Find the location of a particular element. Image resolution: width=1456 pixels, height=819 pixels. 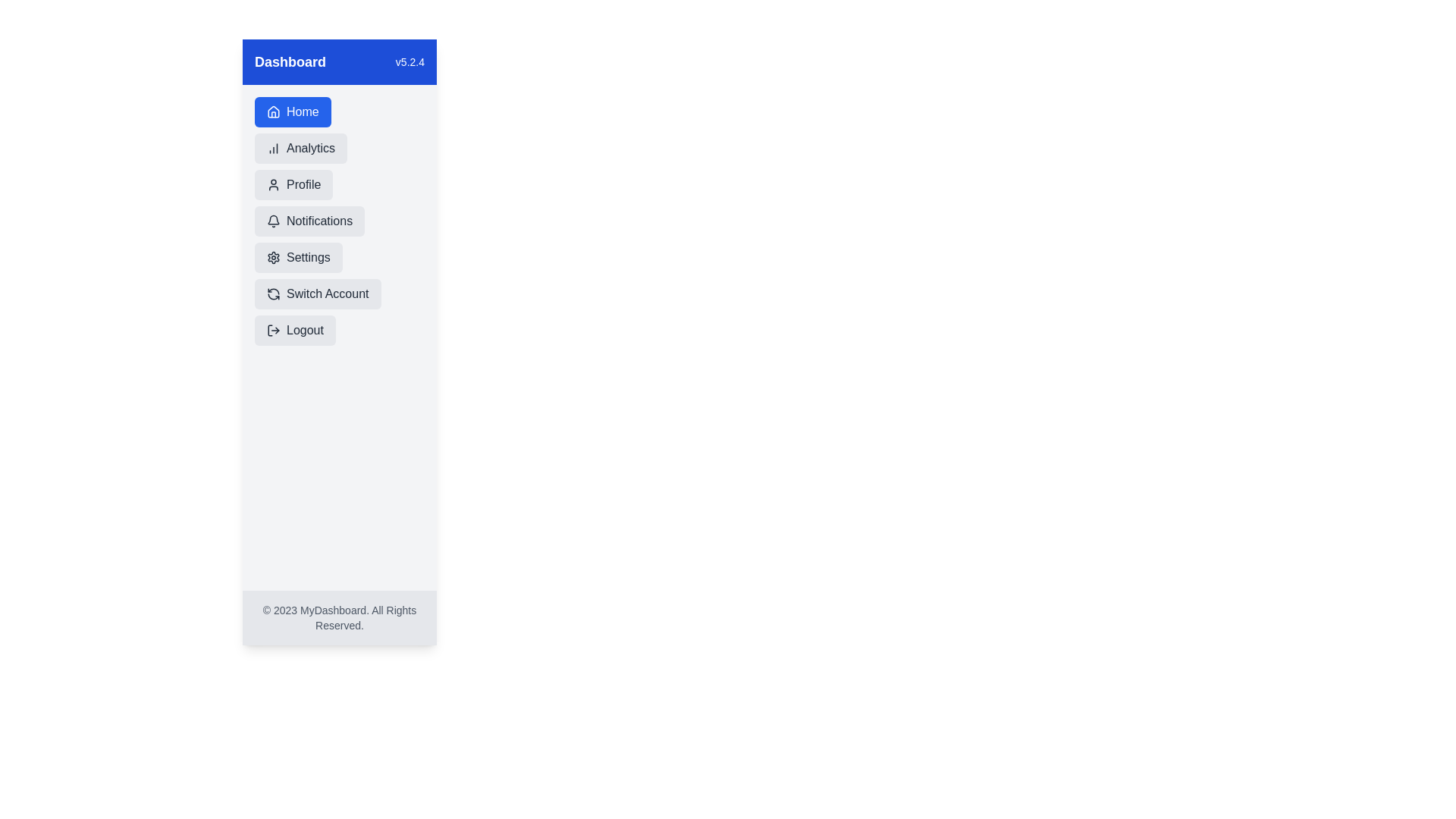

the 'Profile' text label is located at coordinates (303, 184).